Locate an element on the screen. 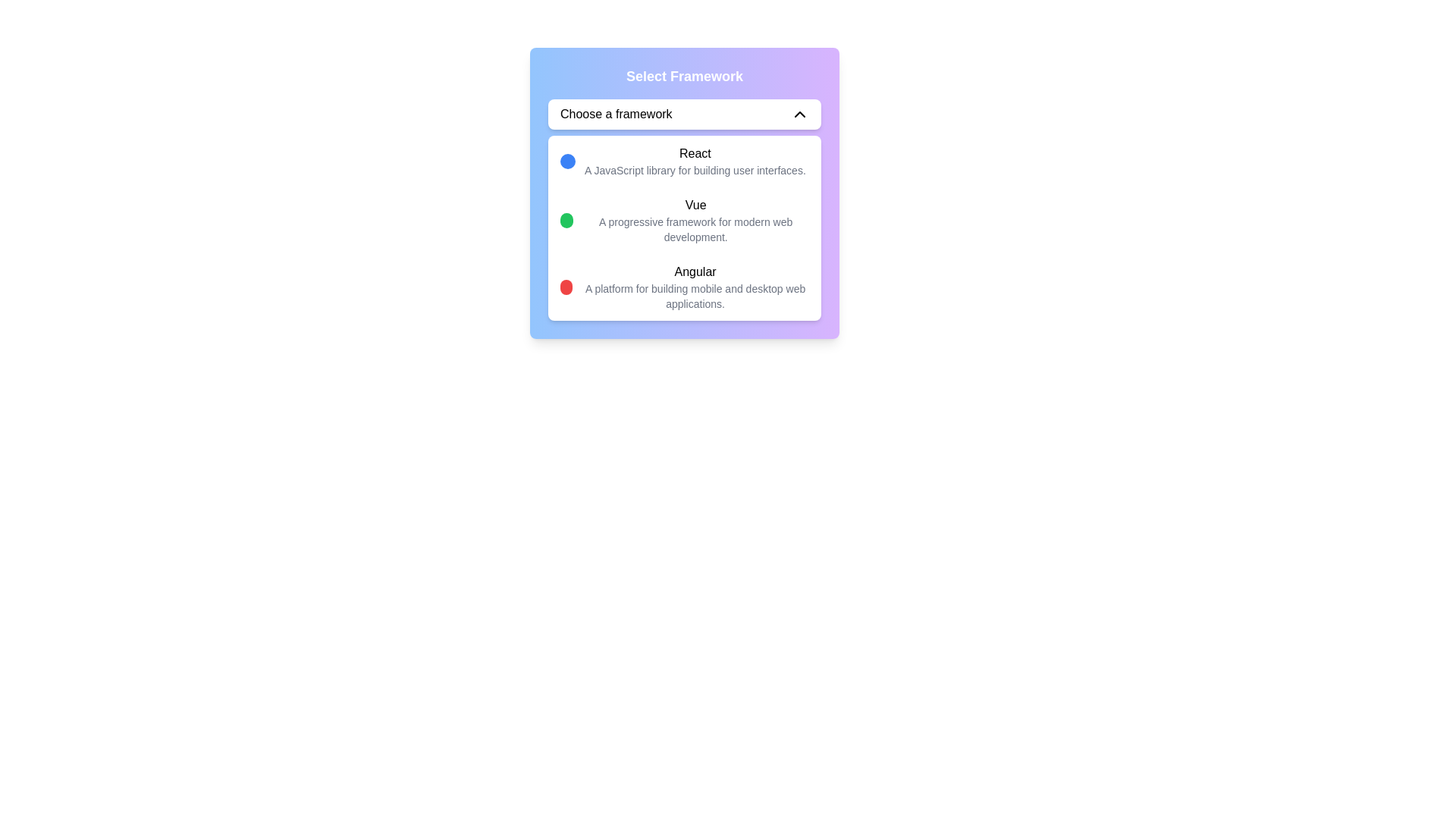  to select the 'Angular' option from the dropdown menu under 'Select Framework', which is the third option in the list is located at coordinates (683, 287).